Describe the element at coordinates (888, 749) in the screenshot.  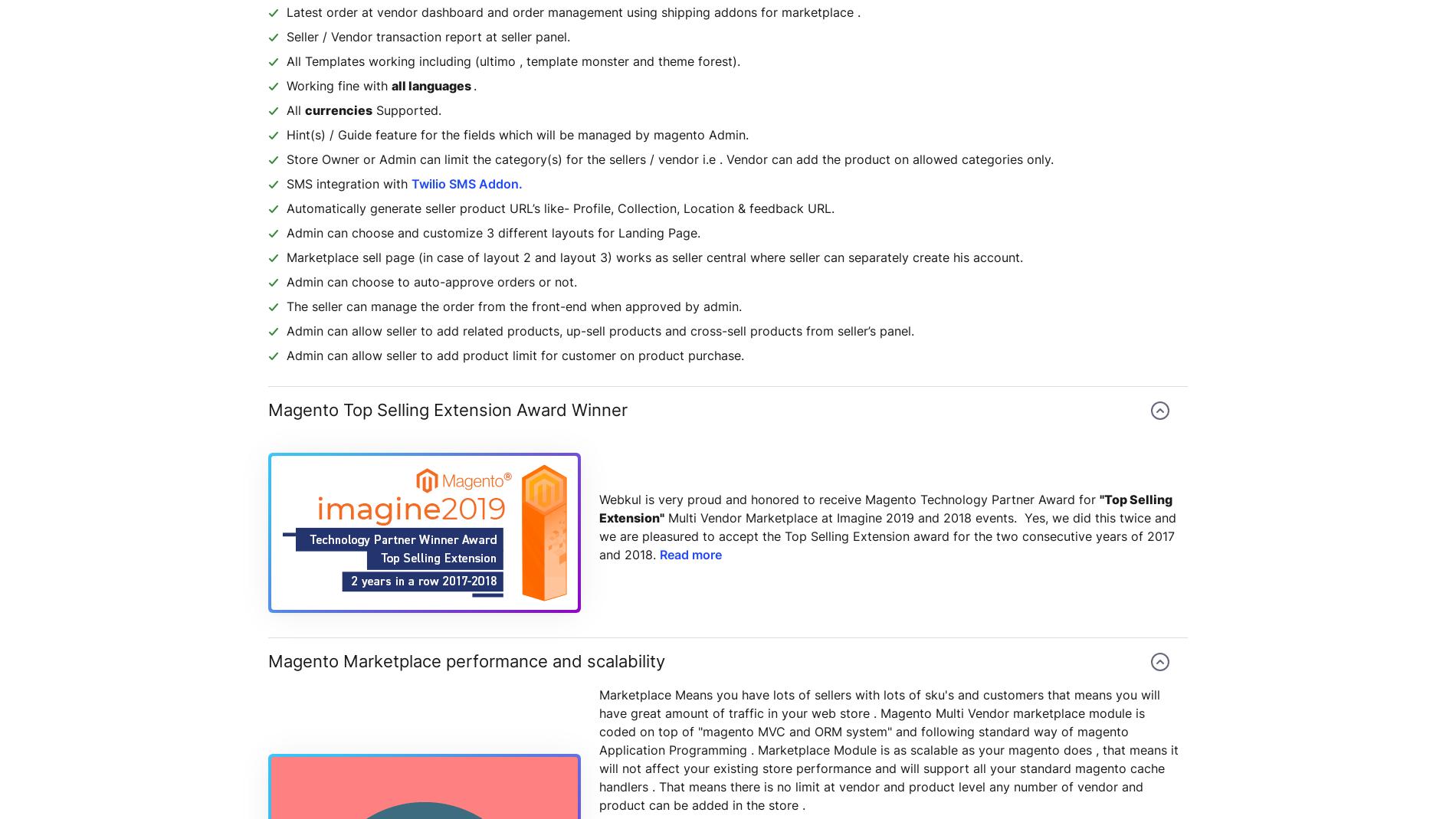
I see `'Marketplace Means you have lots of sellers with lots of sku's and customers that means you will have great amount of traffic in your web store . Magento Multi Vendor marketplace module is coded on top of "magento MVC and ORM system" and following standard way of magento Application Programming . Marketplace Module is as scalable as your magento does , that means it will not affect your existing store performance and will support all your standard magento cache handlers . That means there is no limit at vendor and product level any number of vendor and product can be added in the store .'` at that location.